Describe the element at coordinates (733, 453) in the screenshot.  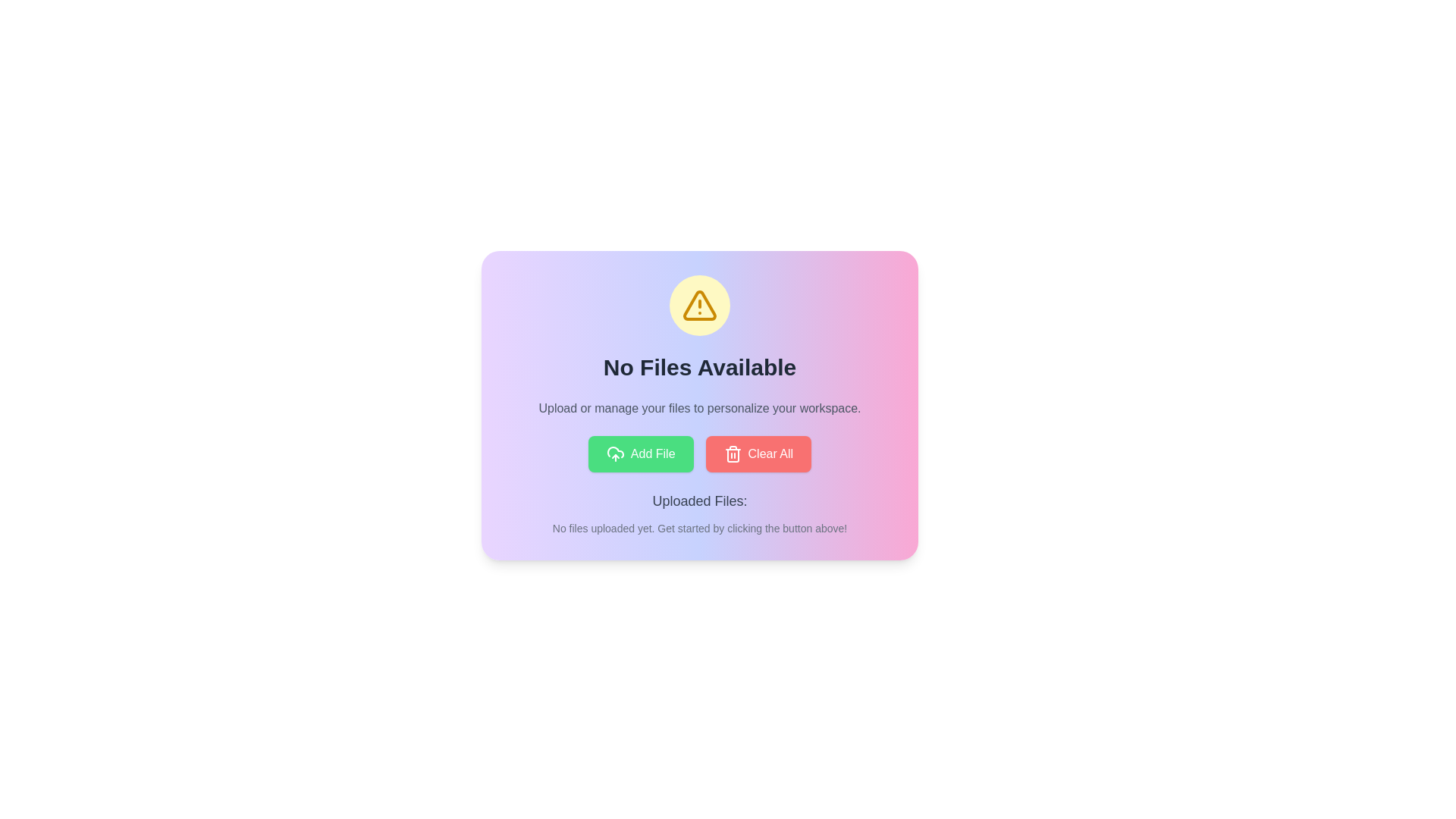
I see `the appearance of the red trash icon, which is a minimalistic line drawing styled as a rectangular trash bin with a handle, located on the left side of the red 'Clear All' button` at that location.